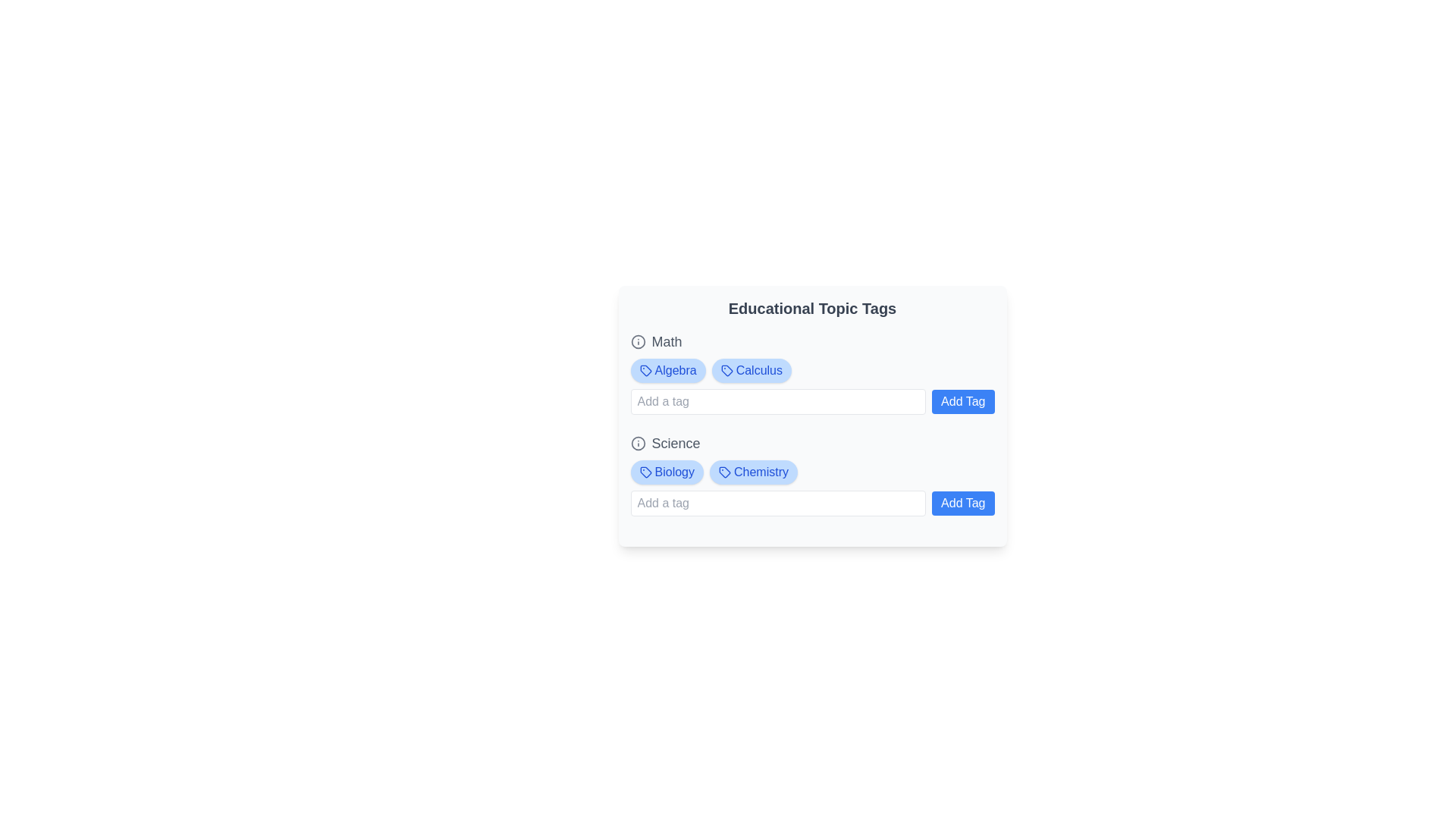 The height and width of the screenshot is (819, 1456). Describe the element at coordinates (723, 472) in the screenshot. I see `the Chemistry tag icon, which resembles a blue tag with a circular detail, located above the input field and the 'Add Tag' button in the Science section` at that location.